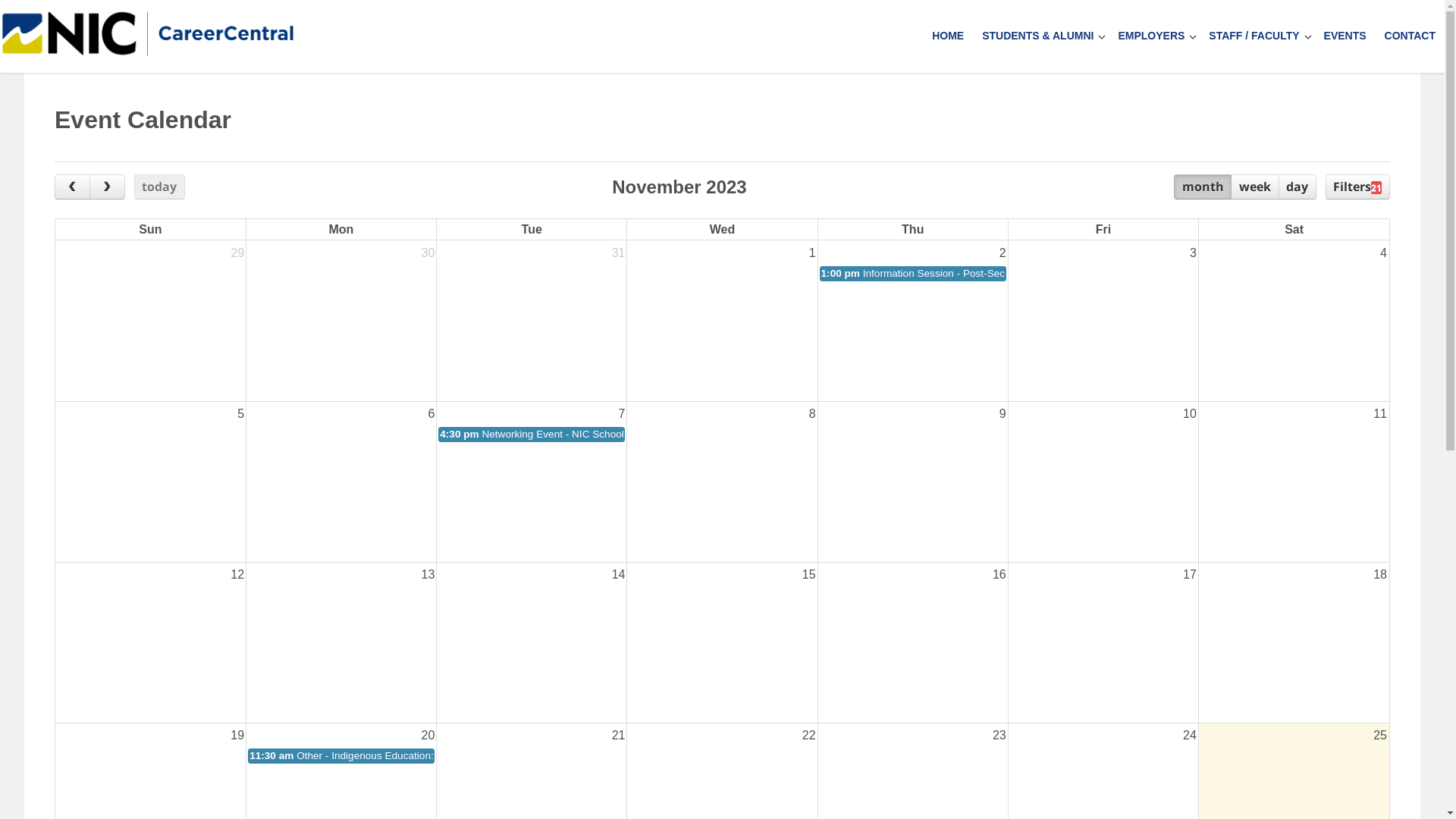 This screenshot has height=819, width=1456. Describe the element at coordinates (1296, 186) in the screenshot. I see `'day'` at that location.